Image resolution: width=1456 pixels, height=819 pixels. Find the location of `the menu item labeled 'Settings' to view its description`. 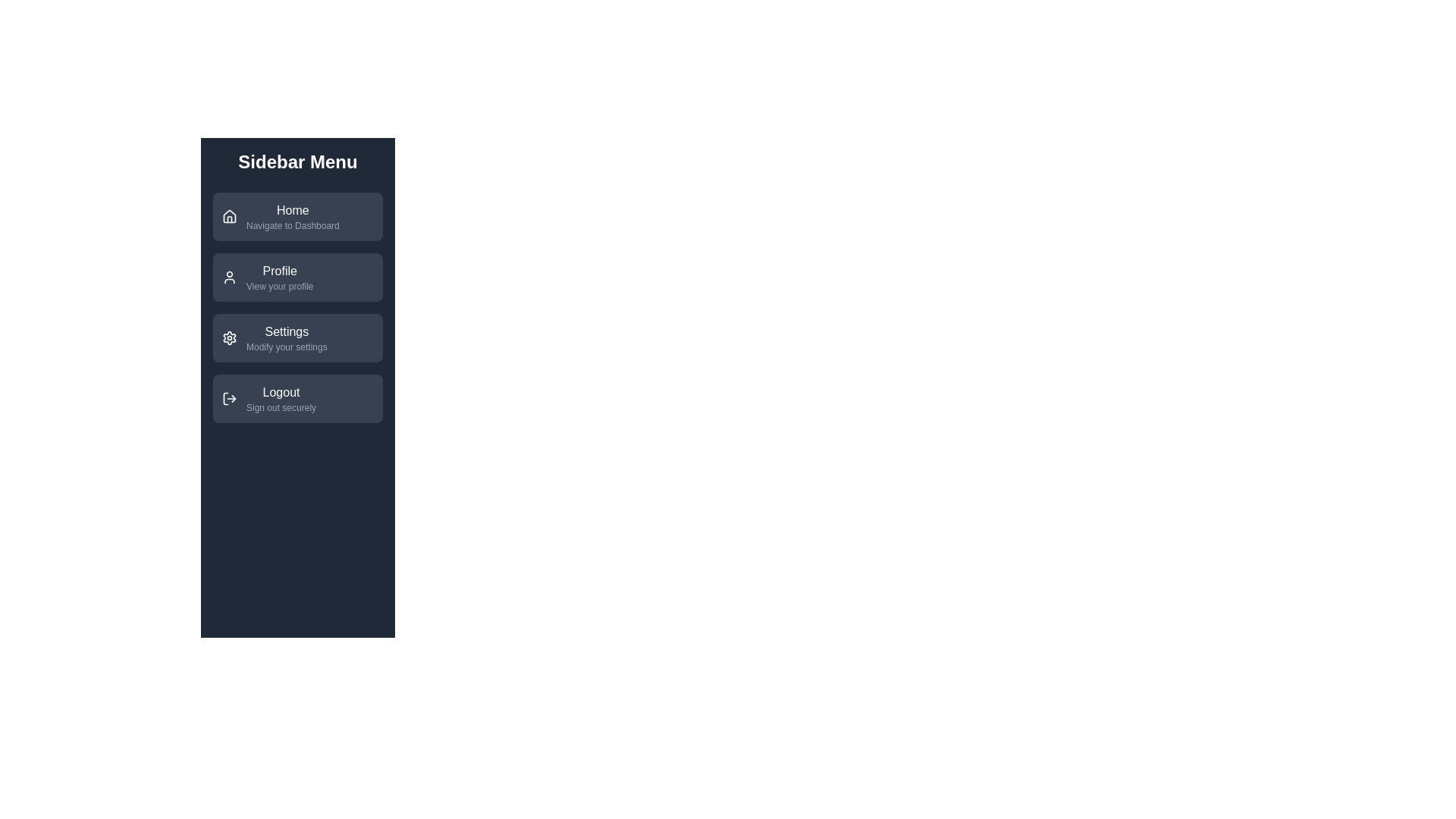

the menu item labeled 'Settings' to view its description is located at coordinates (298, 337).